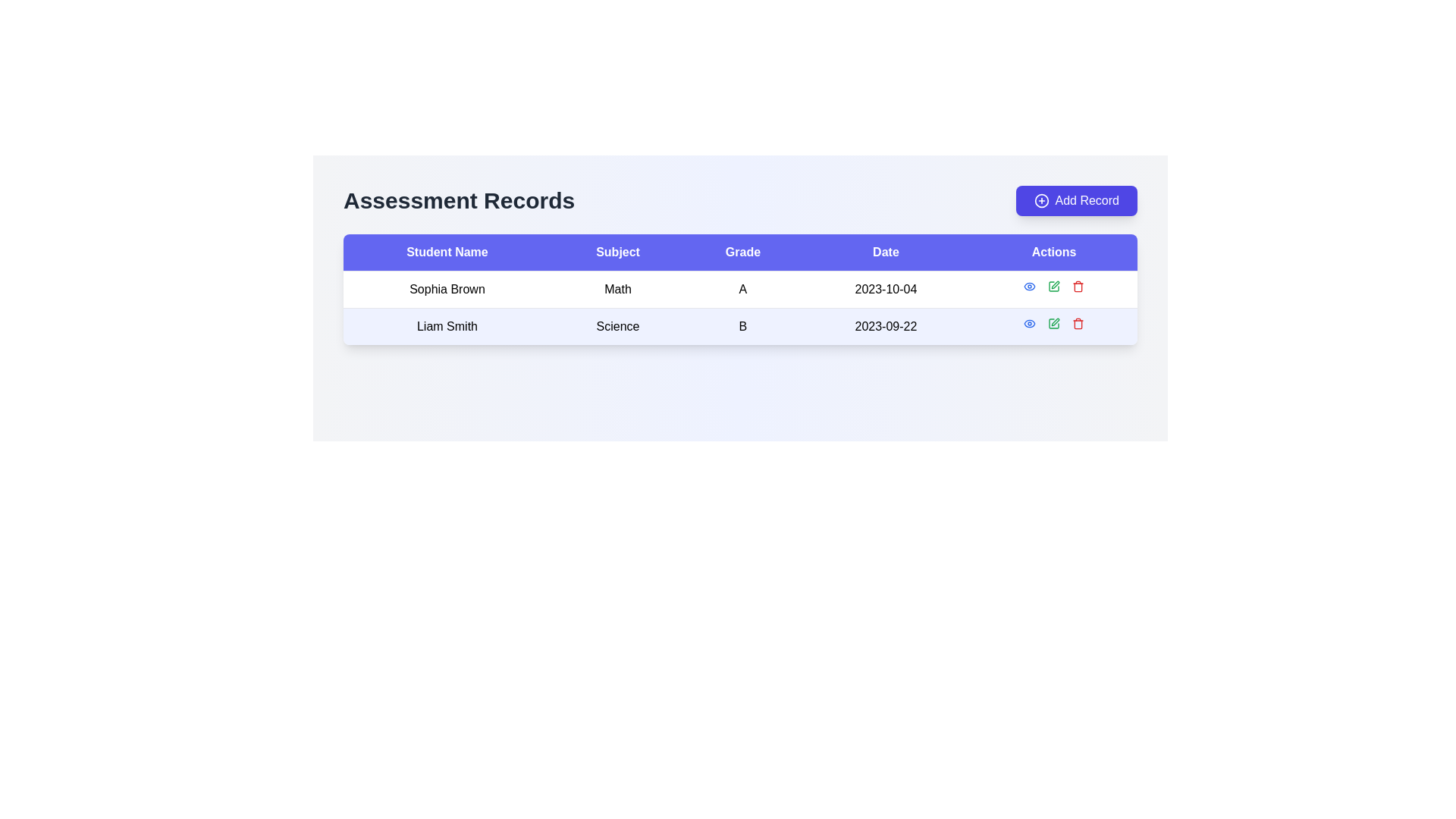 The image size is (1456, 819). Describe the element at coordinates (886, 289) in the screenshot. I see `the Text label displaying '2023-10-04', which is located in the fourth column of the first row under the header 'Date'` at that location.